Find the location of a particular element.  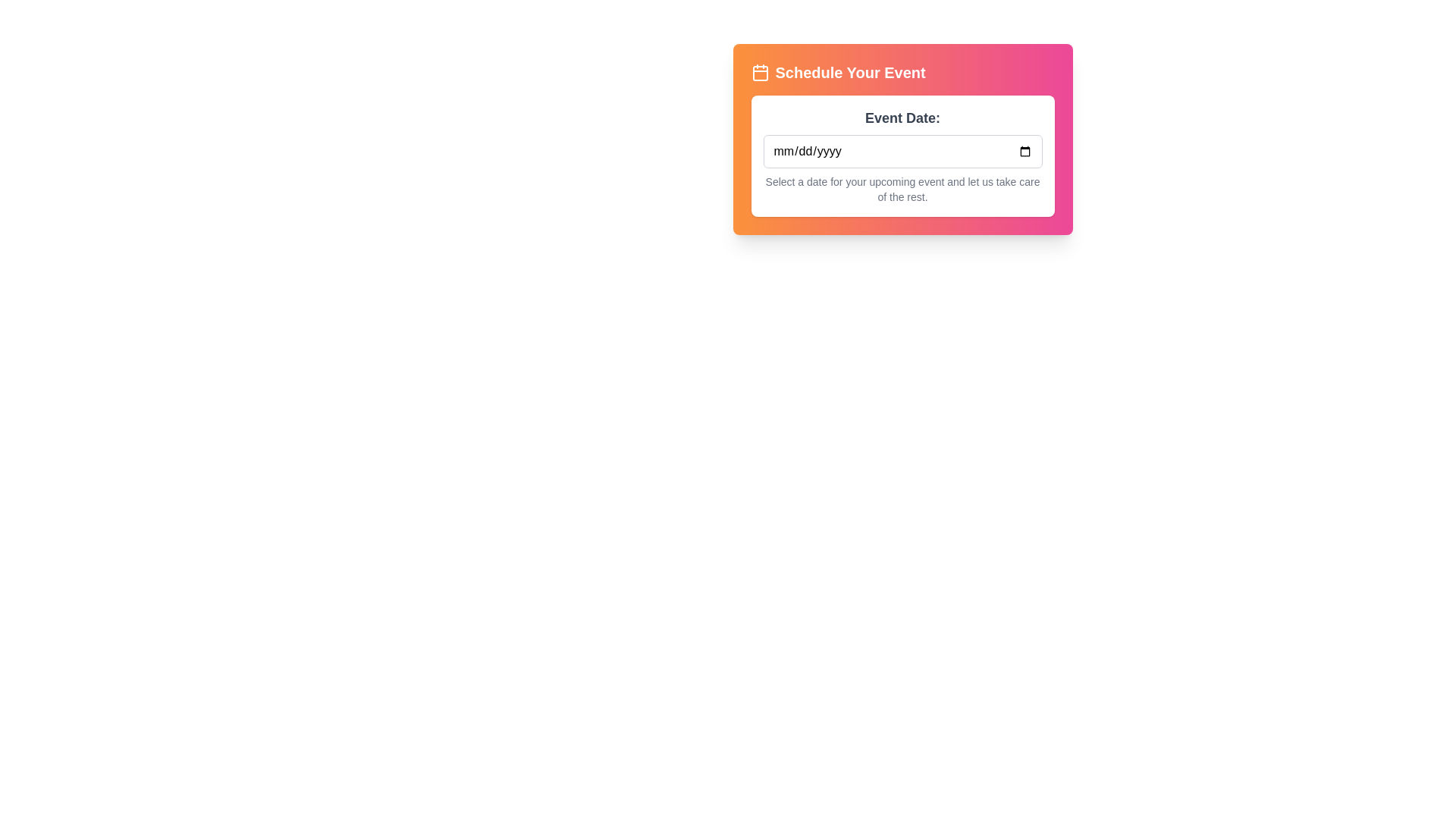

the header element that serves as the title for the associated card, which is positioned at the top of the card layout, directly above the 'Event Date' label is located at coordinates (902, 73).